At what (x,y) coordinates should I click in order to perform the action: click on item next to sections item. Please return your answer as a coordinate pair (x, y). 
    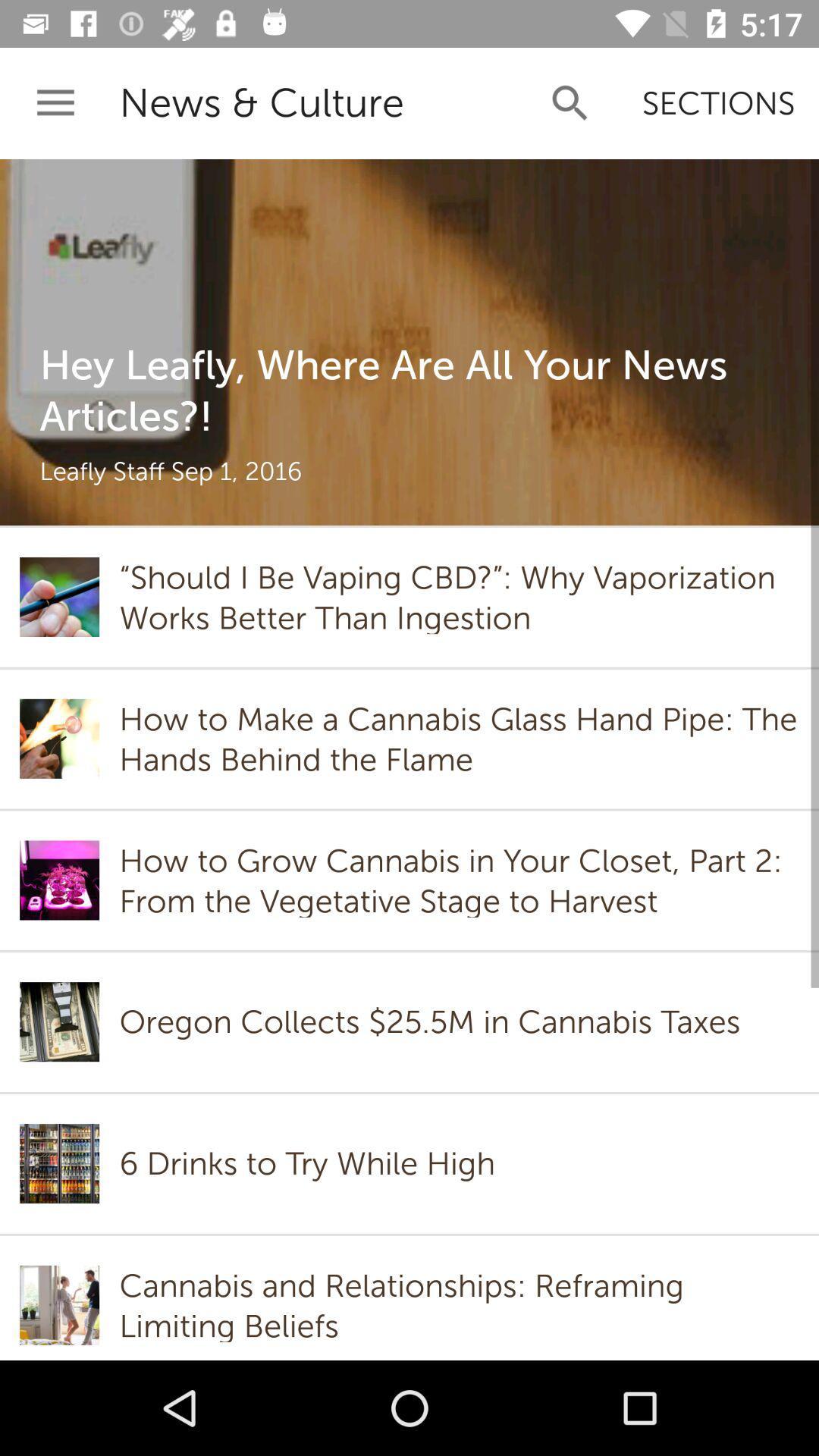
    Looking at the image, I should click on (570, 102).